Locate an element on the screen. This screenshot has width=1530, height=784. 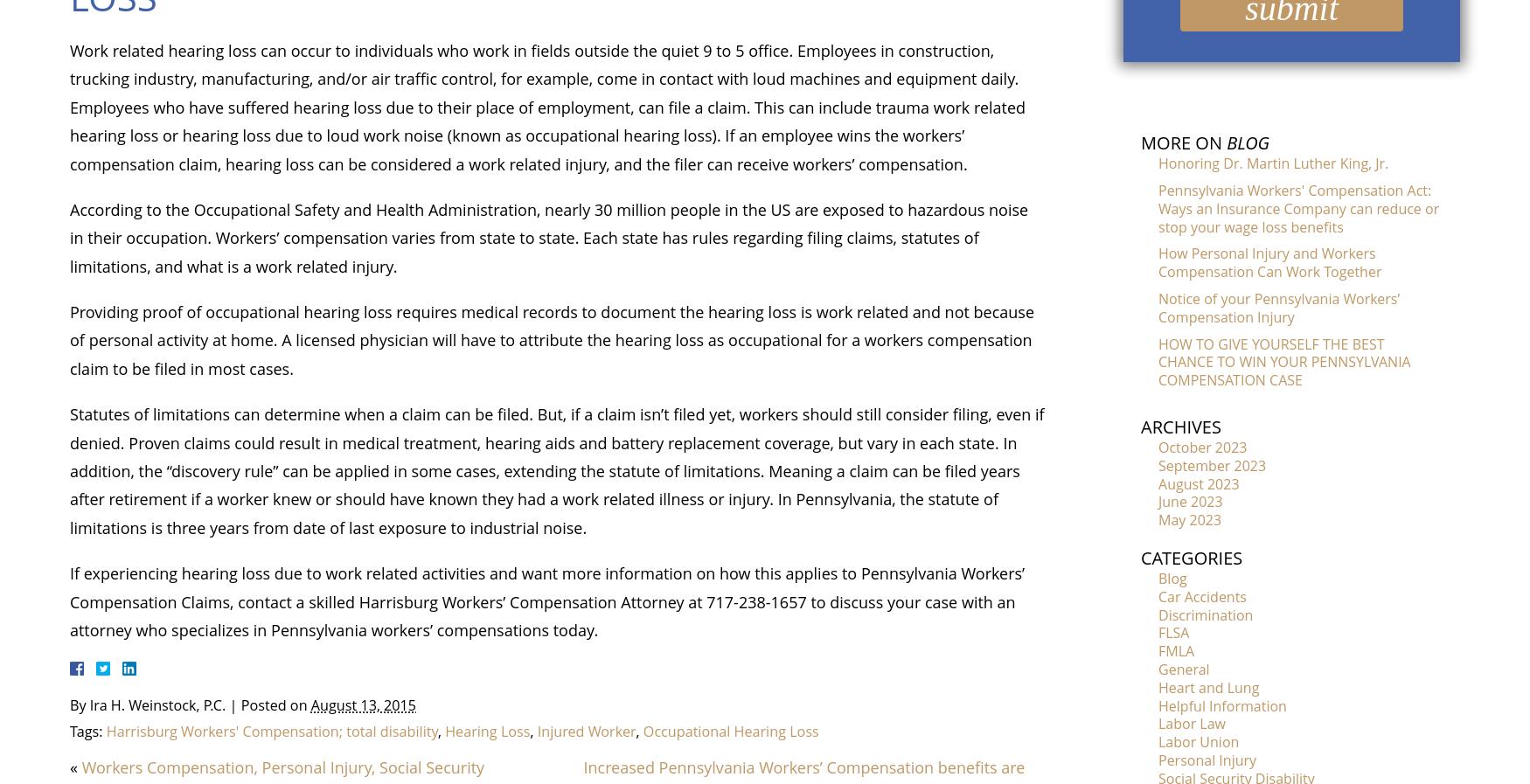
'Categories' is located at coordinates (1139, 557).